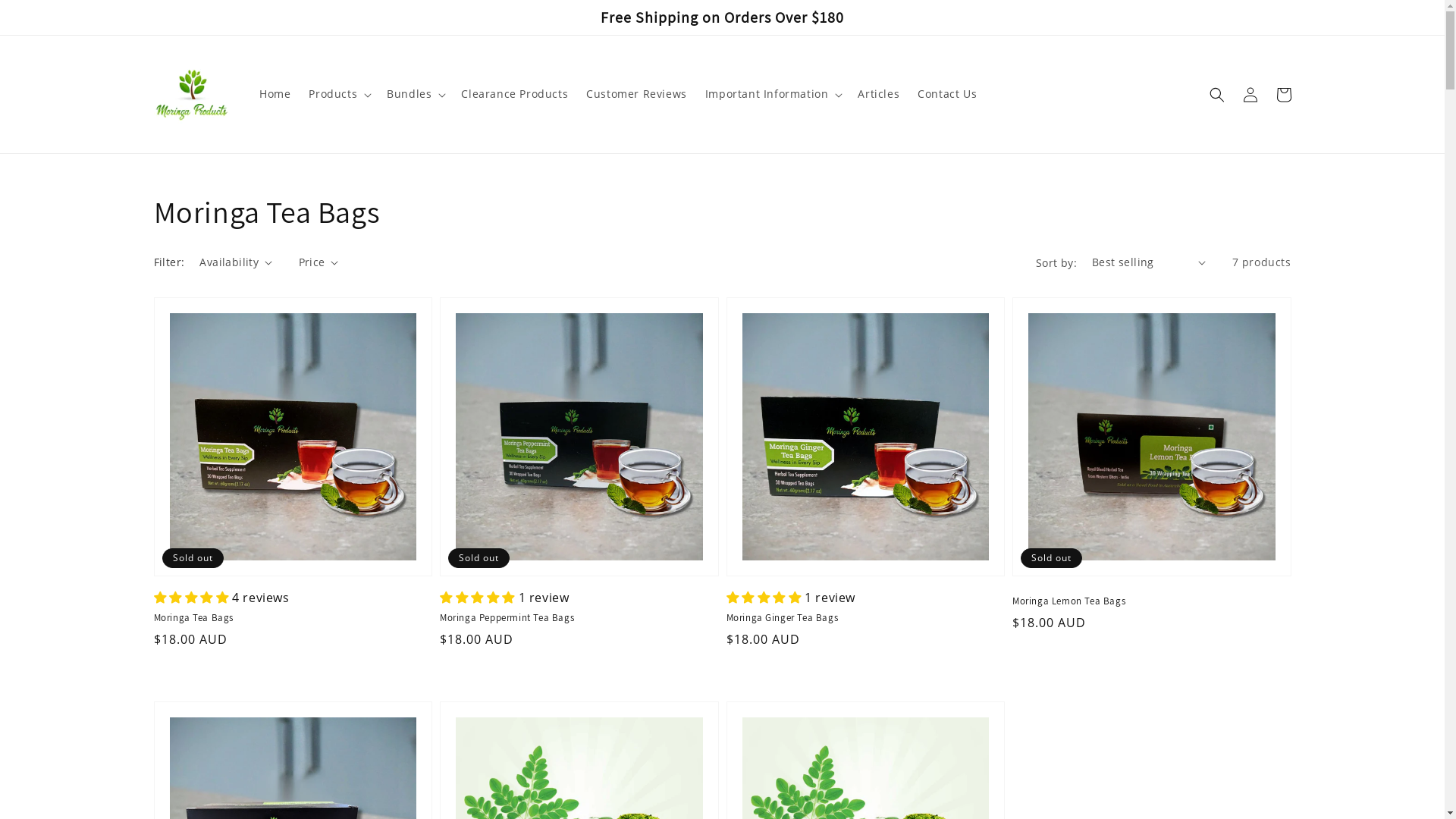  What do you see at coordinates (576, 93) in the screenshot?
I see `'Customer Reviews'` at bounding box center [576, 93].